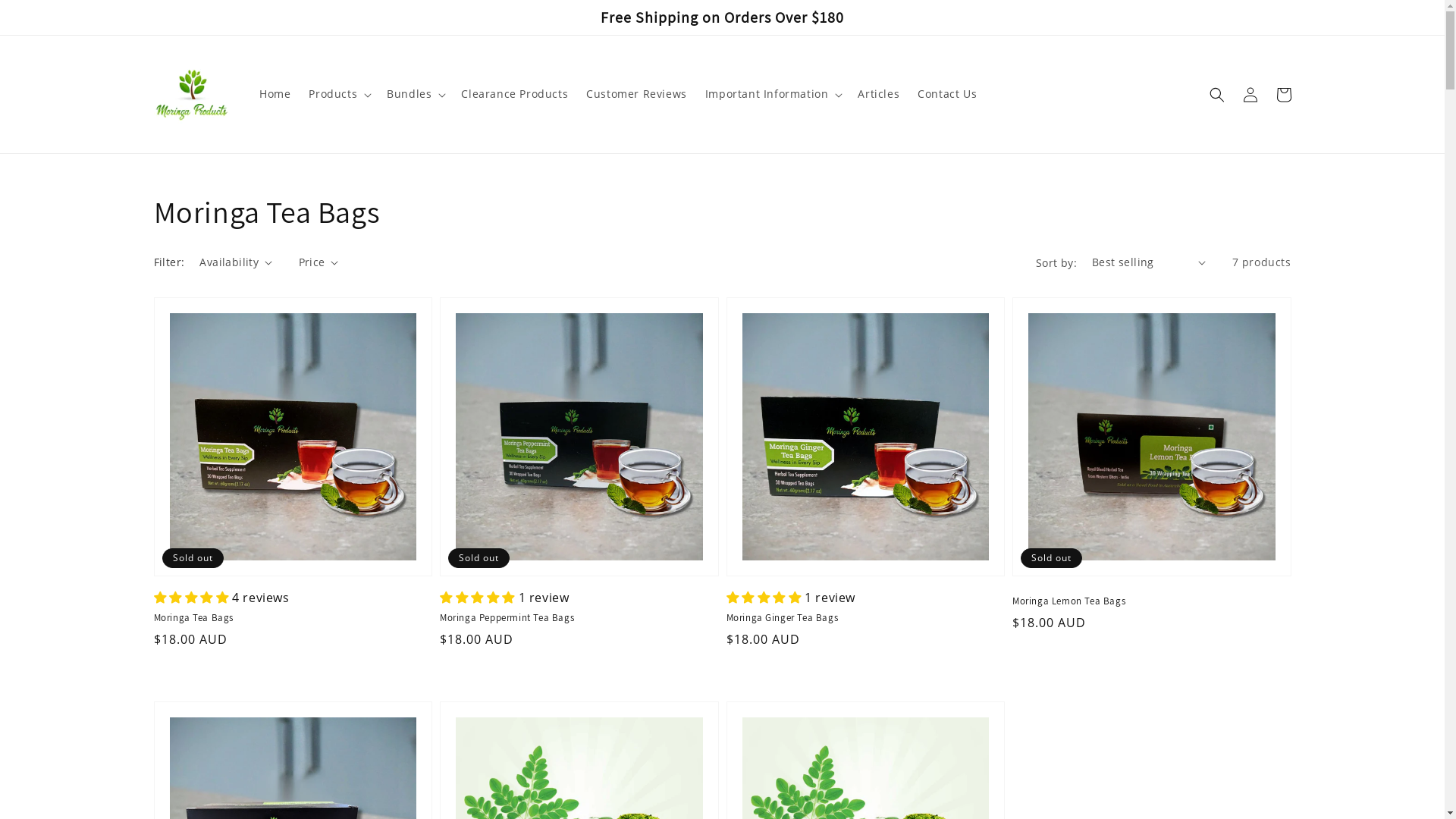  What do you see at coordinates (576, 93) in the screenshot?
I see `'Customer Reviews'` at bounding box center [576, 93].